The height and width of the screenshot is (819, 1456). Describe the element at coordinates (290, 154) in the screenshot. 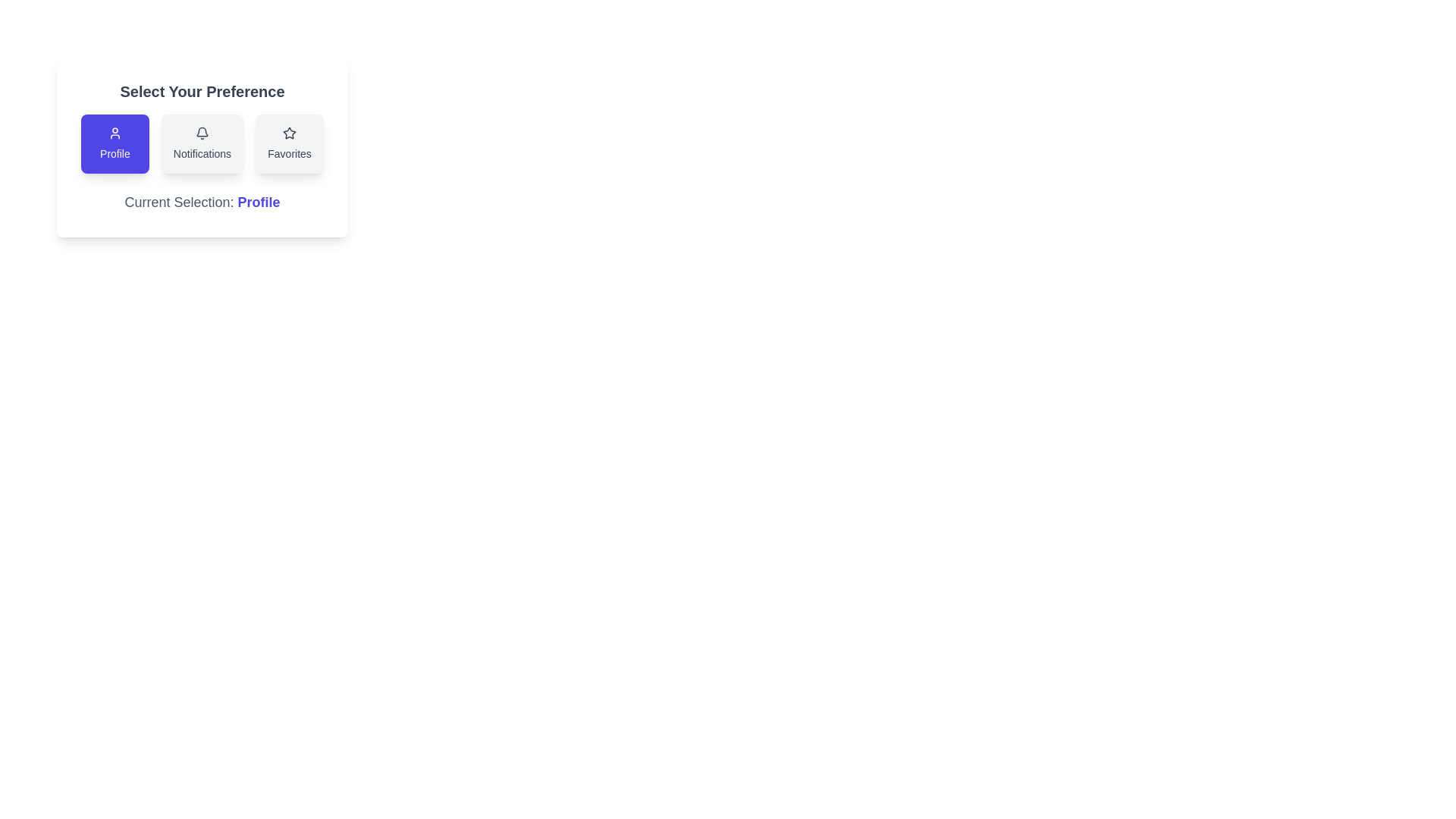

I see `the 'Favorites' text label, which is the third option in the horizontally aligned group under 'Select Your Preferences'` at that location.